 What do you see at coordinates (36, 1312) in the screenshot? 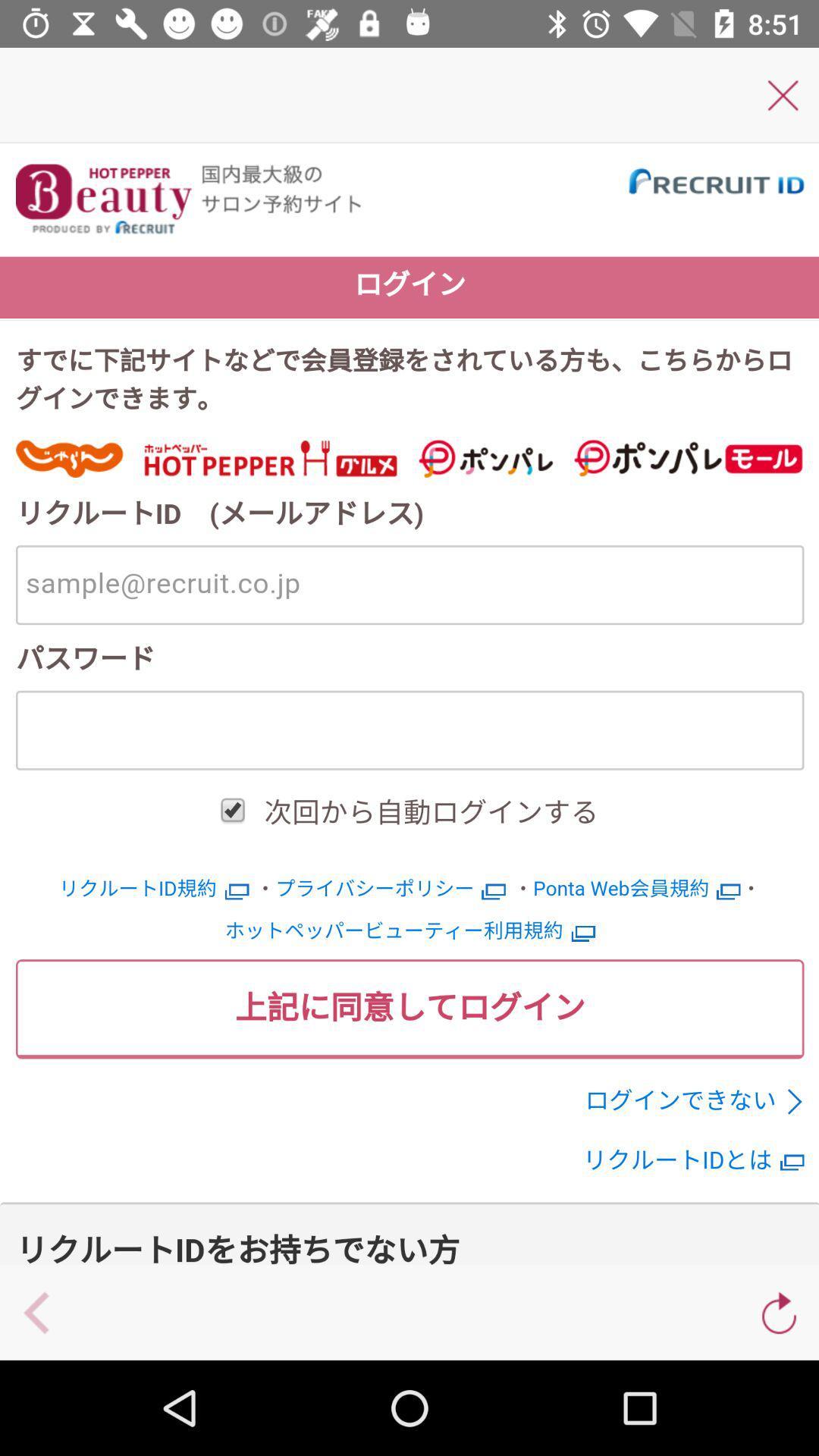
I see `the arrow_backward icon` at bounding box center [36, 1312].